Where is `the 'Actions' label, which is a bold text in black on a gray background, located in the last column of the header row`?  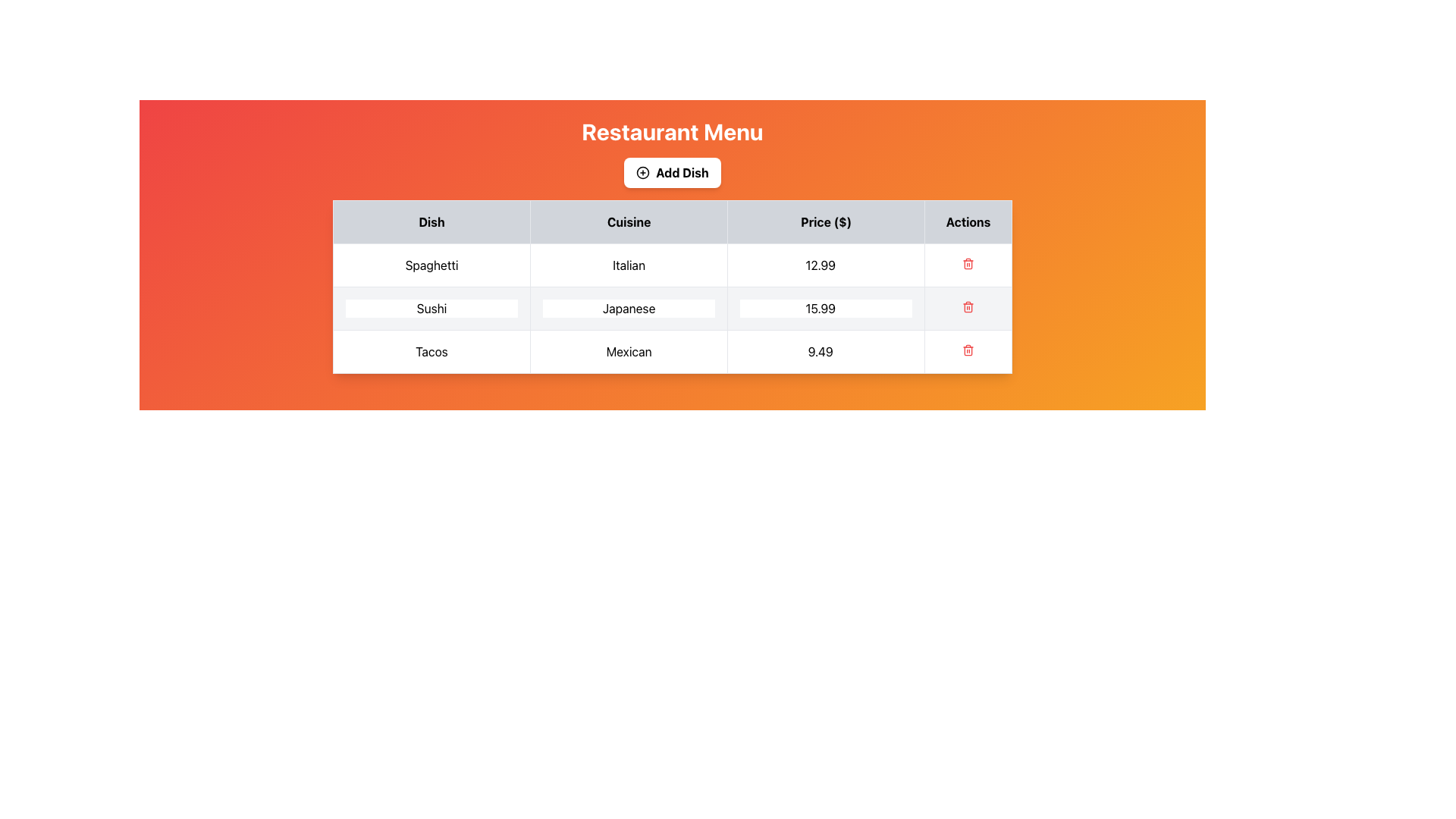 the 'Actions' label, which is a bold text in black on a gray background, located in the last column of the header row is located at coordinates (967, 222).